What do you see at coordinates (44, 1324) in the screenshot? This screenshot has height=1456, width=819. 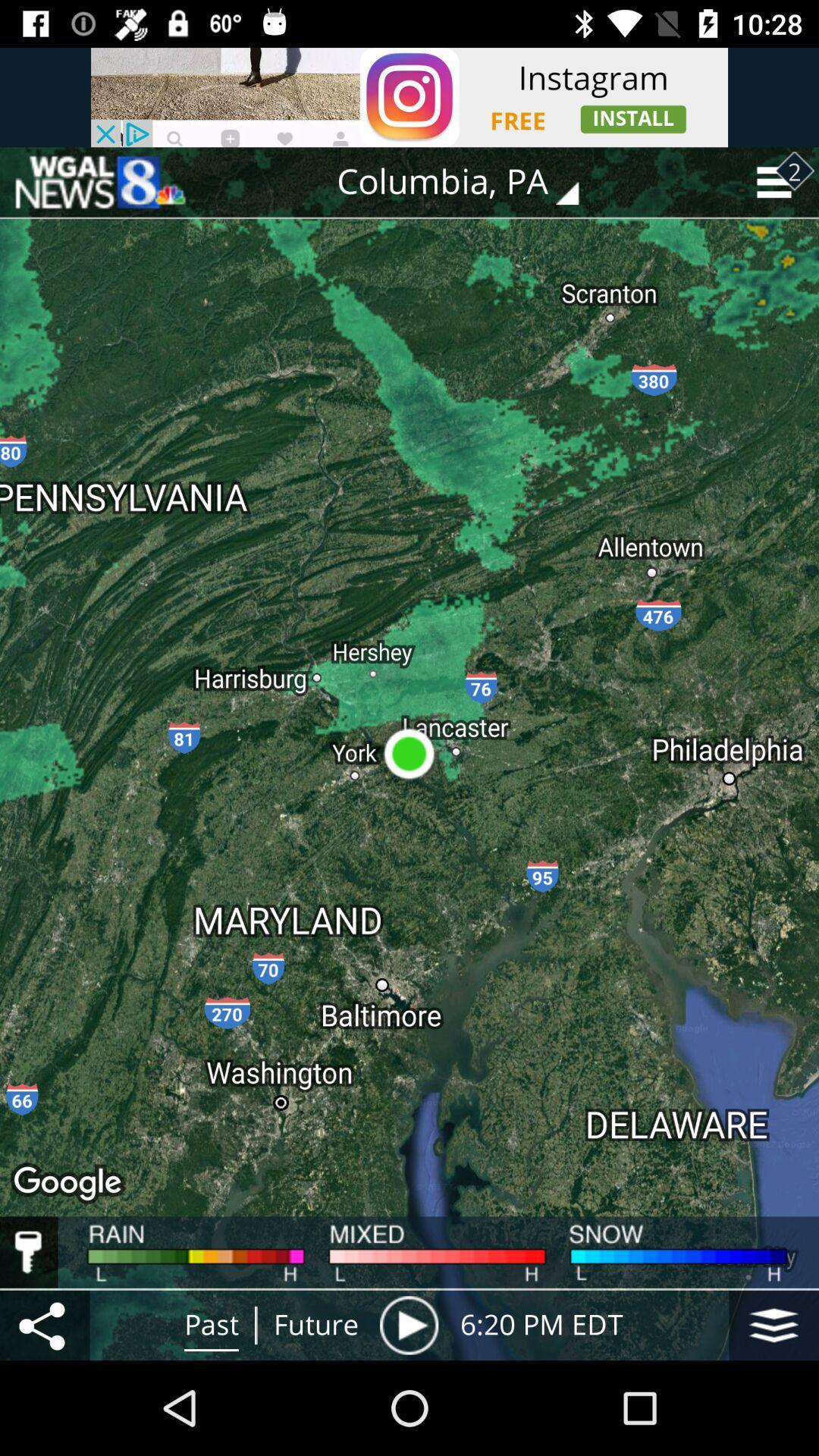 I see `the icon to the left of past icon` at bounding box center [44, 1324].